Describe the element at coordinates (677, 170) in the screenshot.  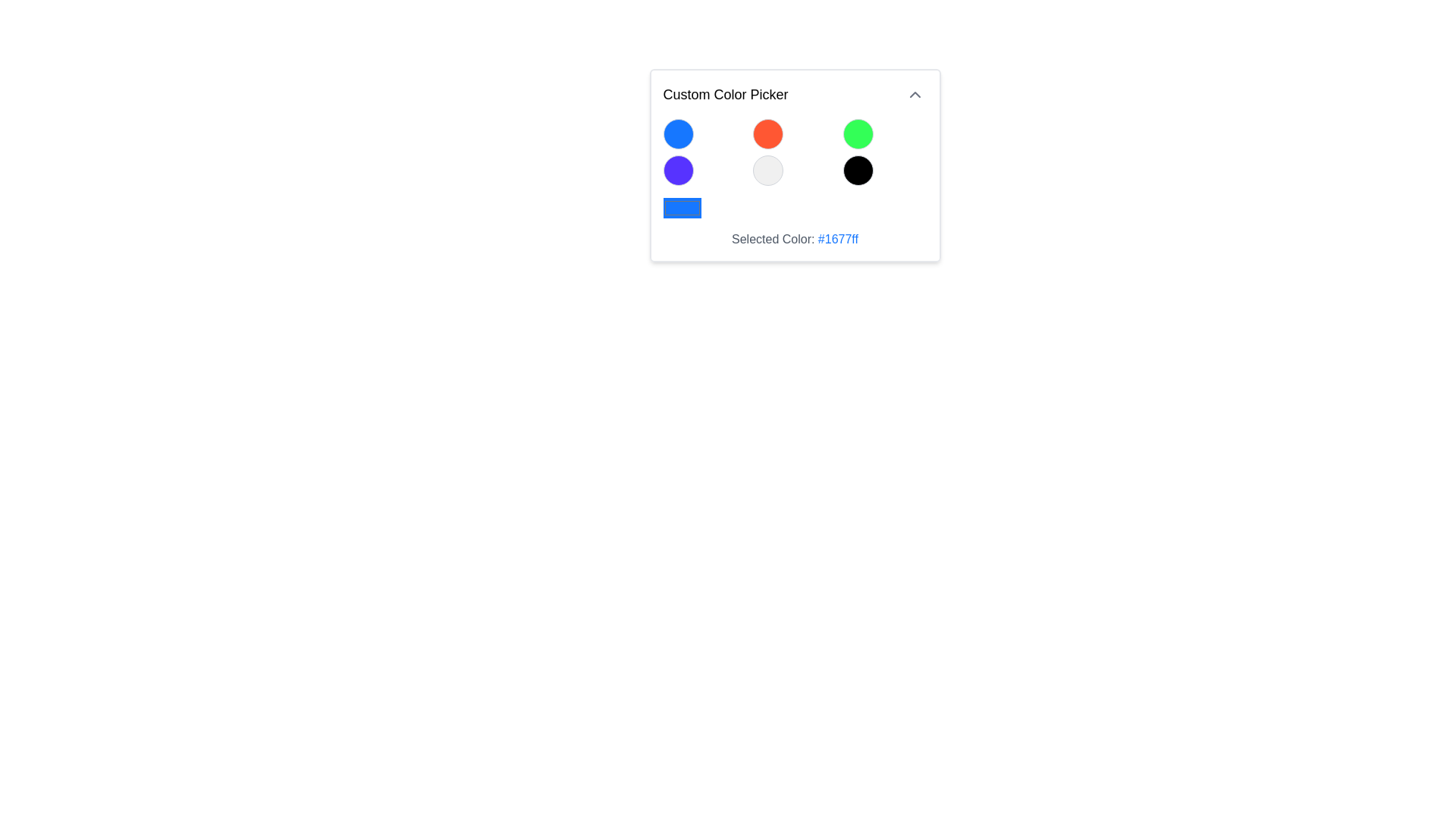
I see `the purple color selection button located in the second row, first column of the grid within the color picker interface` at that location.